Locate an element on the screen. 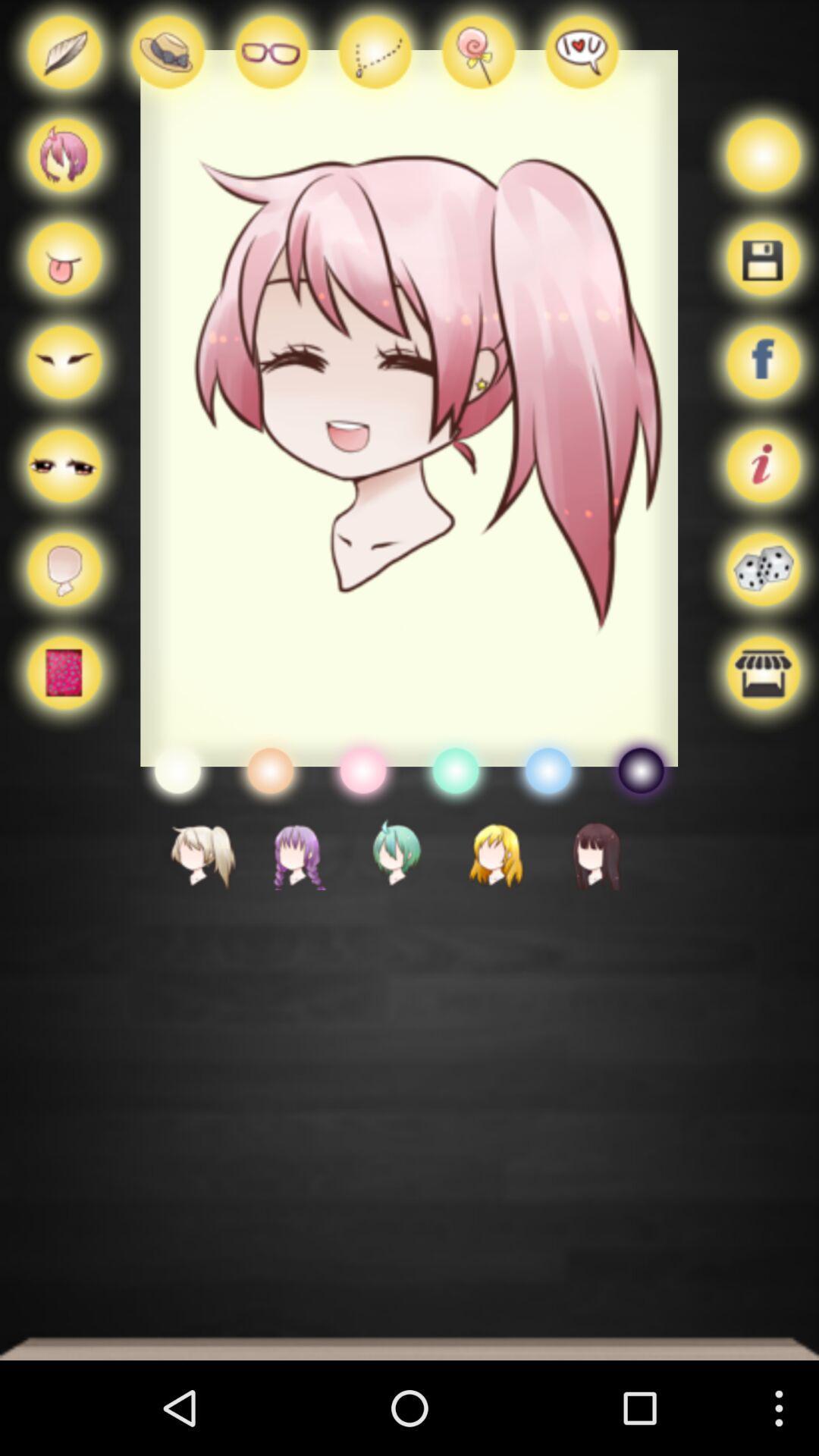  the emoji icon is located at coordinates (454, 824).